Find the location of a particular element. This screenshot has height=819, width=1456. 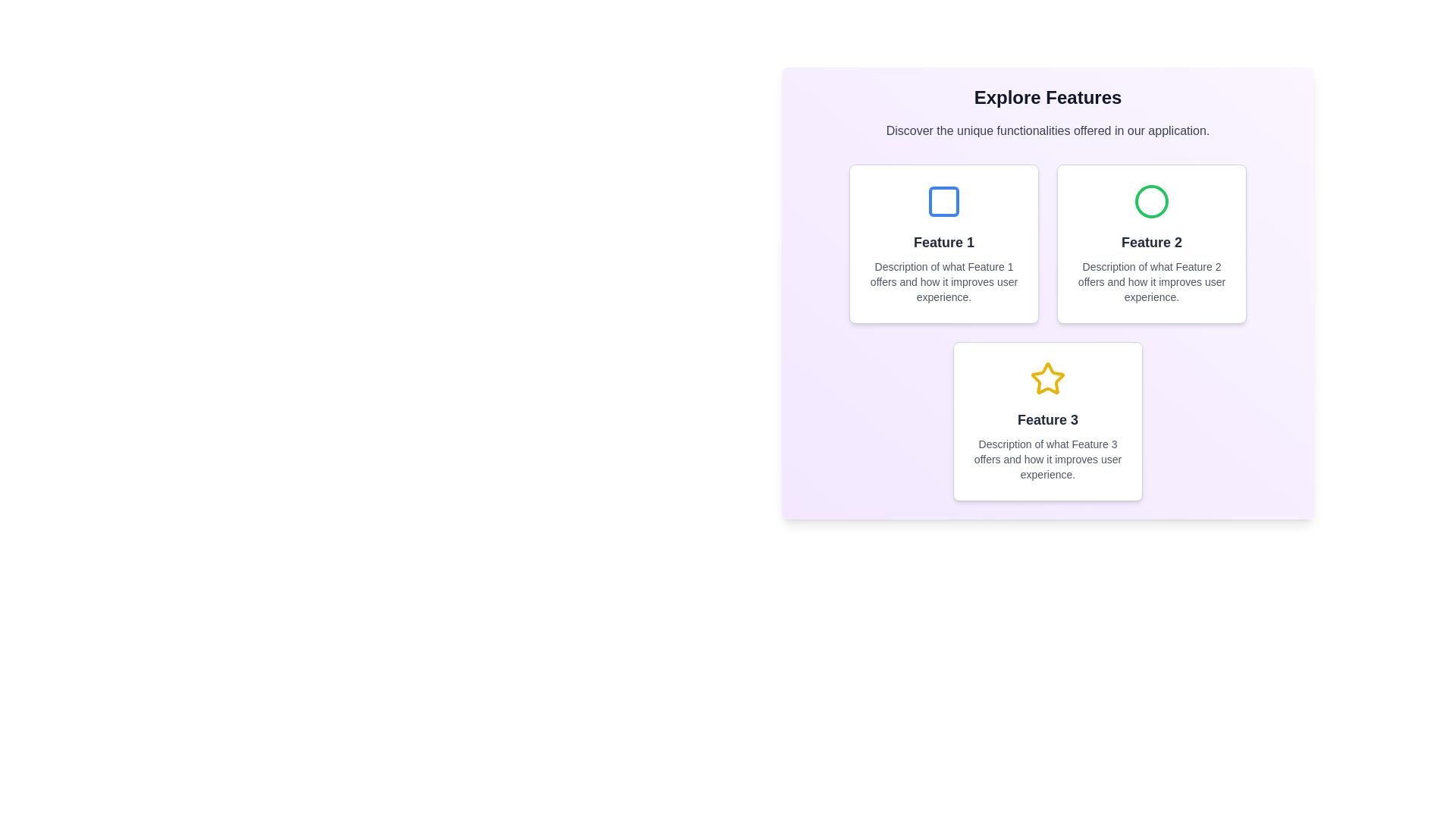

the prominent header displaying 'Explore Features' in a bold, large font, styled in dark gray or black is located at coordinates (1047, 97).